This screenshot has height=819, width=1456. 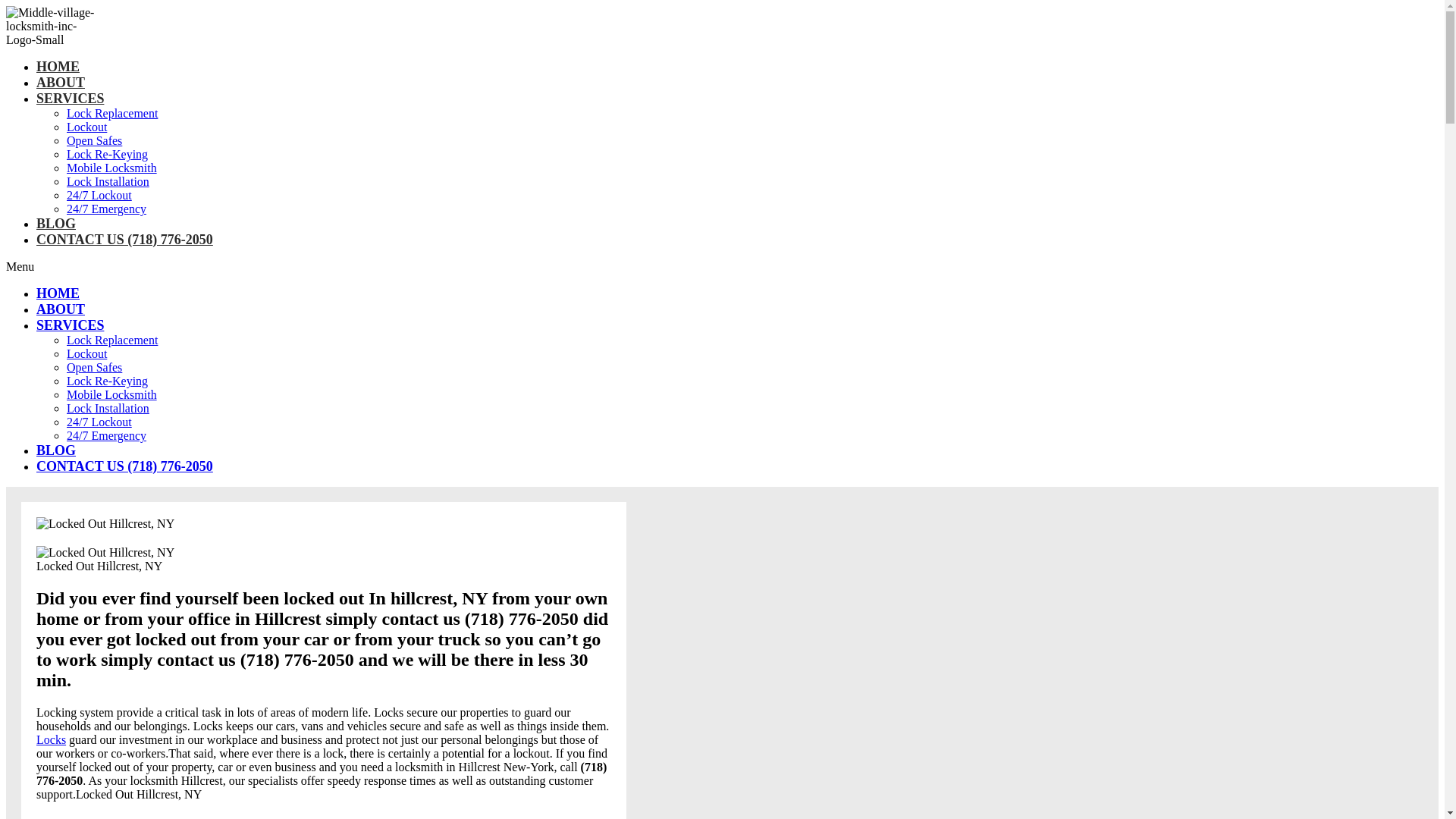 I want to click on 'Lock Re-Keying', so click(x=65, y=380).